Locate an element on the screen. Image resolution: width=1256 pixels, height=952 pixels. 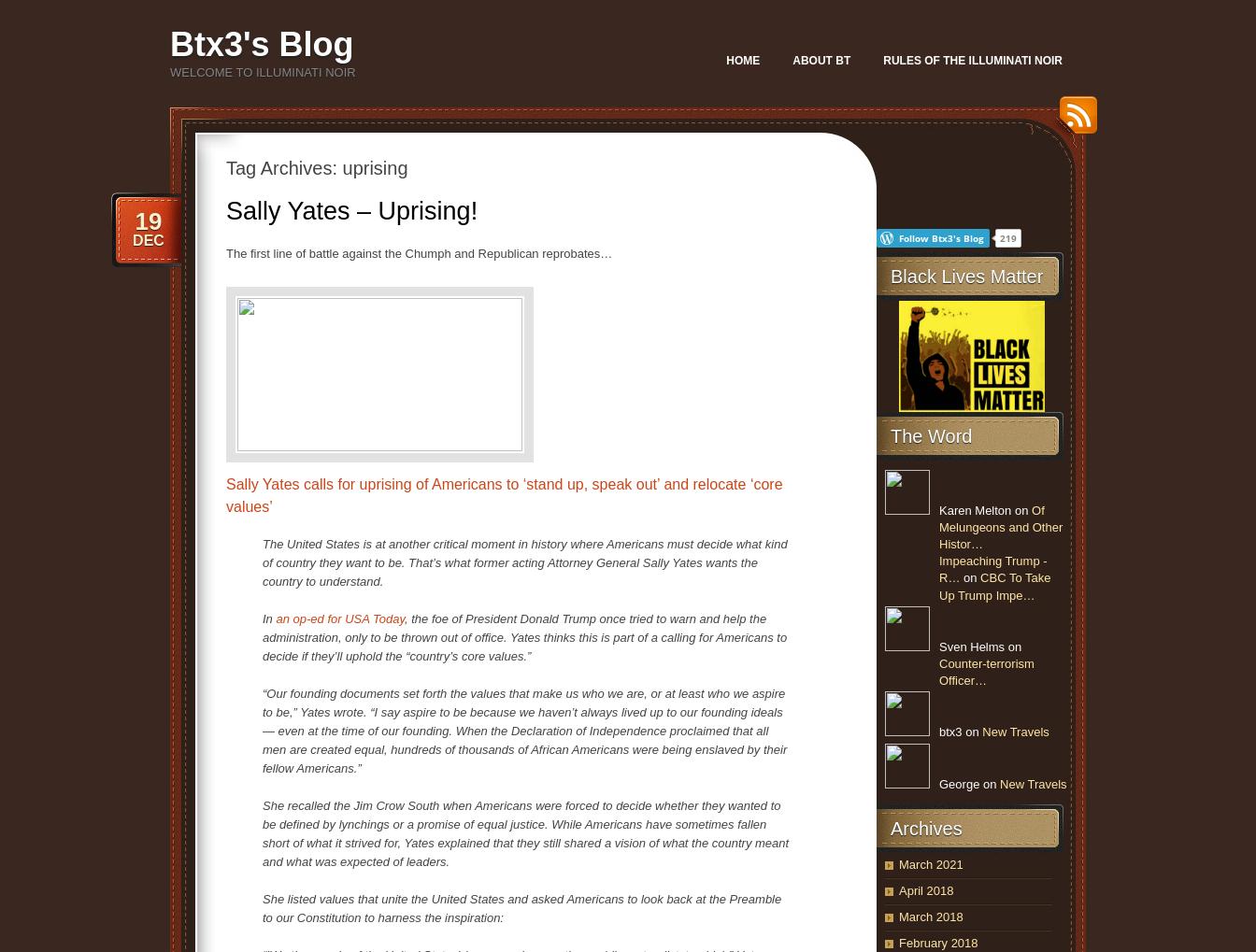
'The United States is at another critical moment in history where Americans must decide what kind of country they want to be. That’s what former acting Attorney General Sally Yates wants the country to understand.' is located at coordinates (524, 561).